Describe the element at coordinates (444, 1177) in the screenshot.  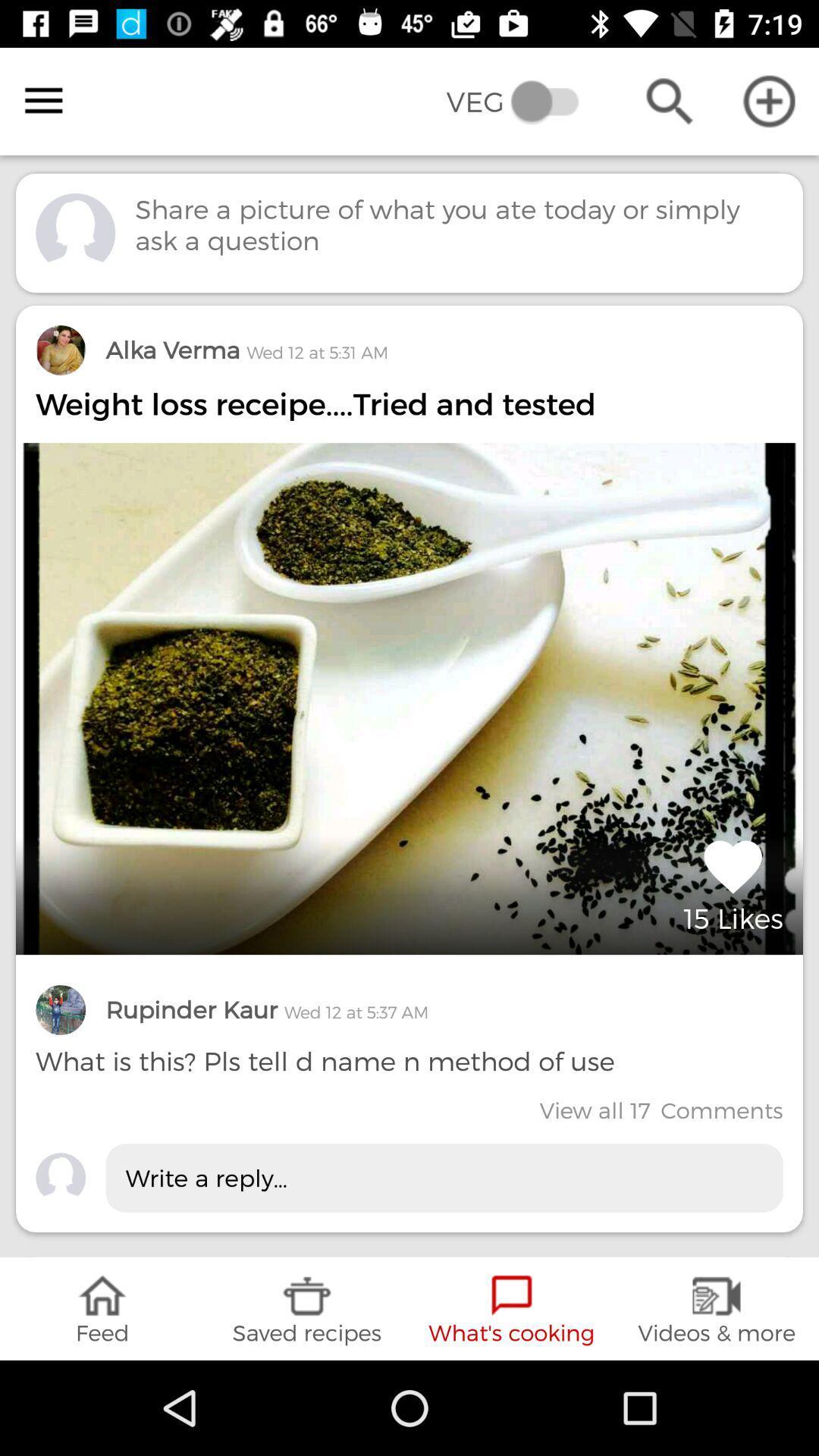
I see `the text which is immediately below view all 17 comments` at that location.